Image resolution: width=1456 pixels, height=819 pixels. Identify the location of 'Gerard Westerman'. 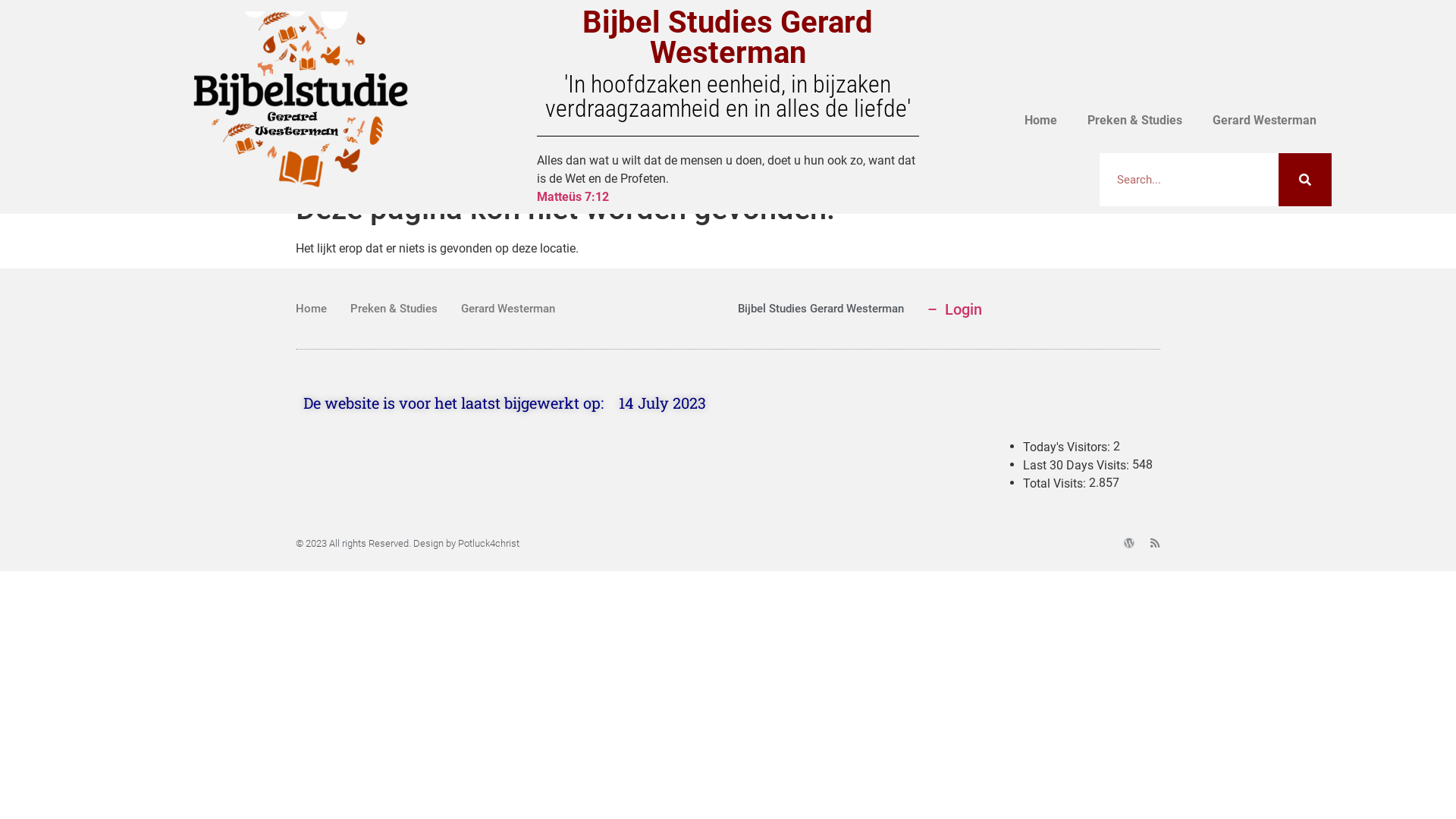
(1264, 119).